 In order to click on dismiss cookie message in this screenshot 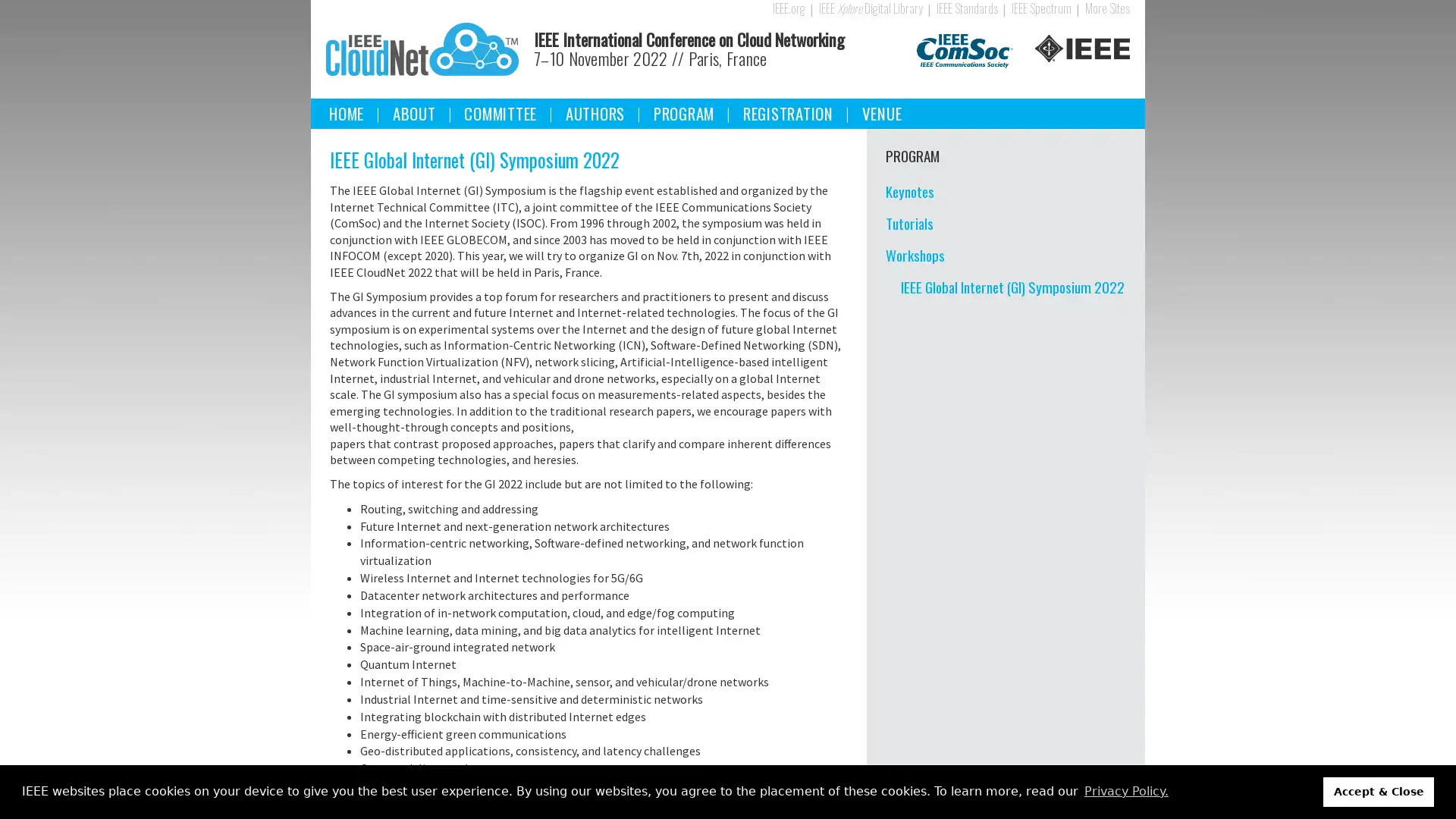, I will do `click(1379, 791)`.